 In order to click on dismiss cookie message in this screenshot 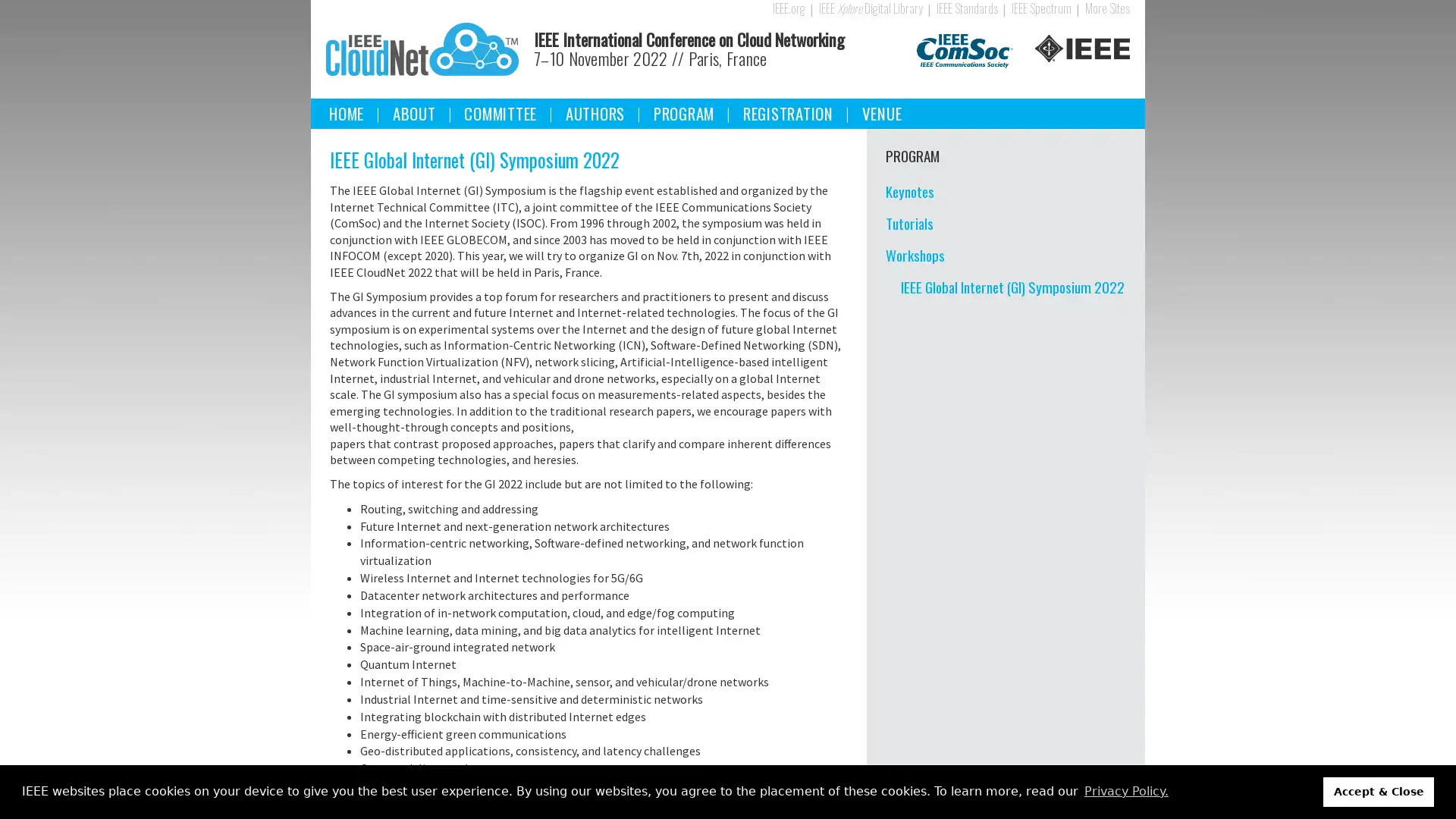, I will do `click(1379, 791)`.